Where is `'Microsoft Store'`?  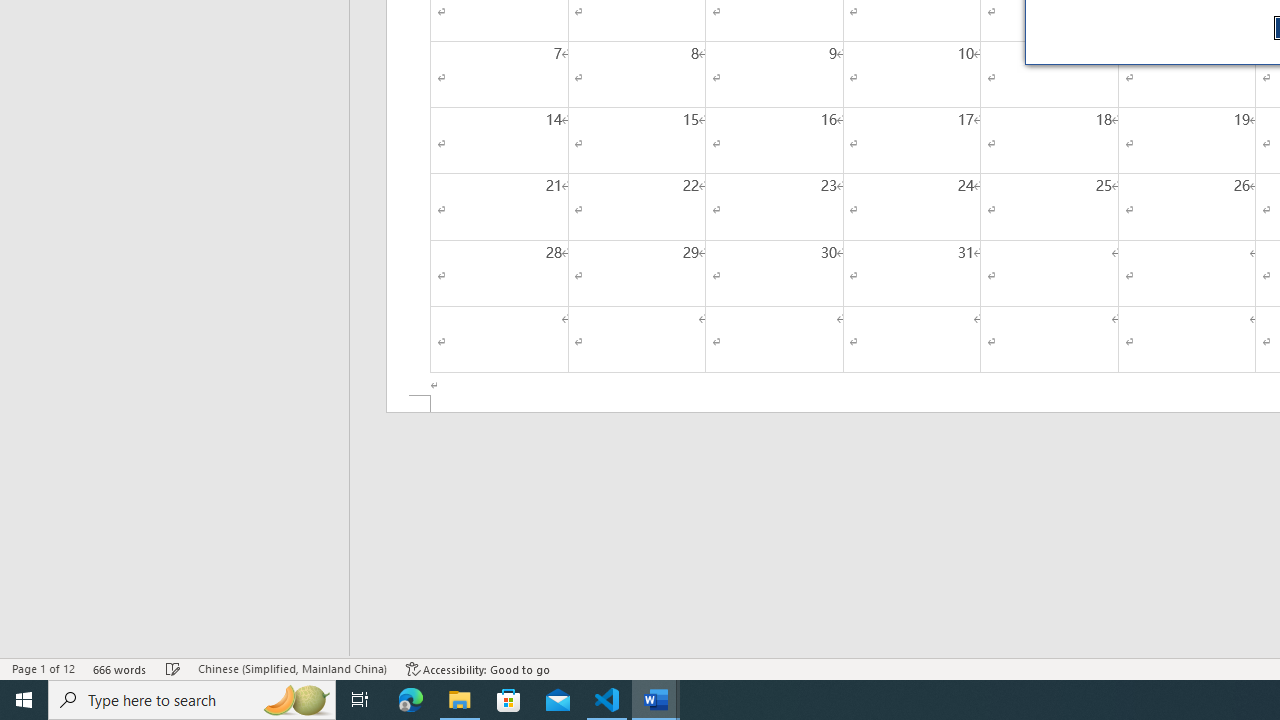
'Microsoft Store' is located at coordinates (509, 698).